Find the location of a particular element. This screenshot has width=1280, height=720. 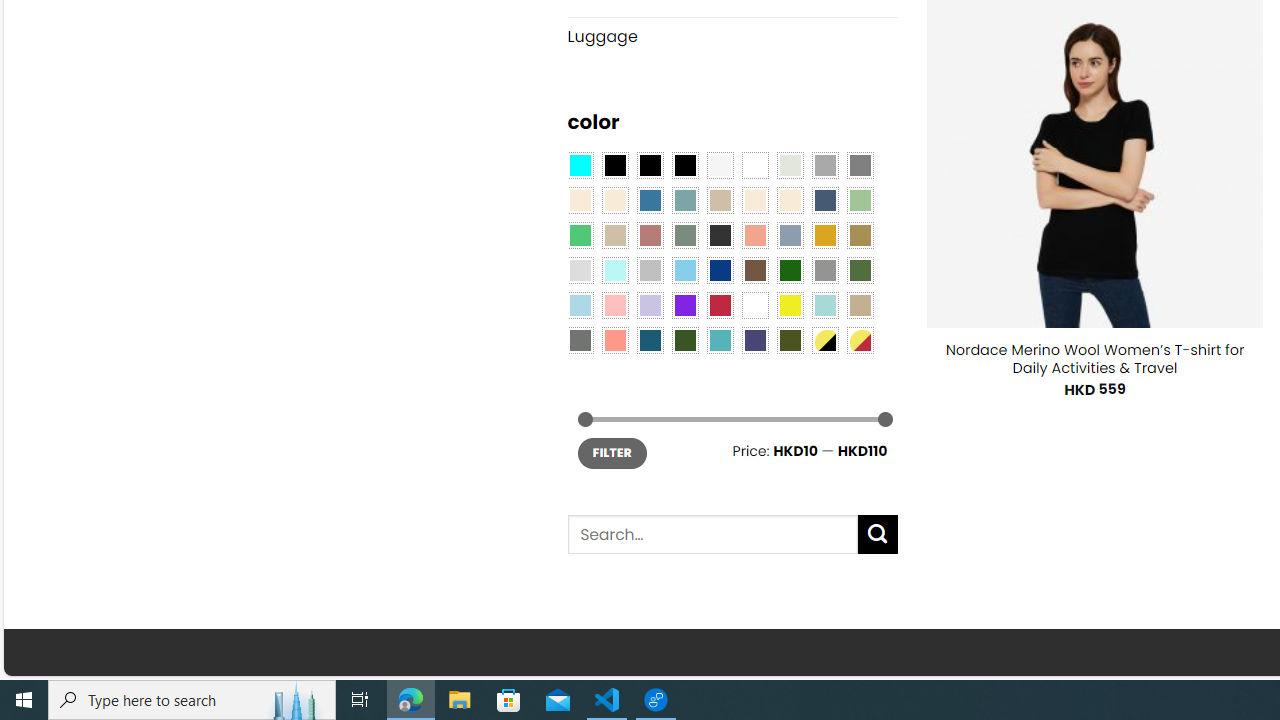

'Light Gray' is located at coordinates (578, 270).